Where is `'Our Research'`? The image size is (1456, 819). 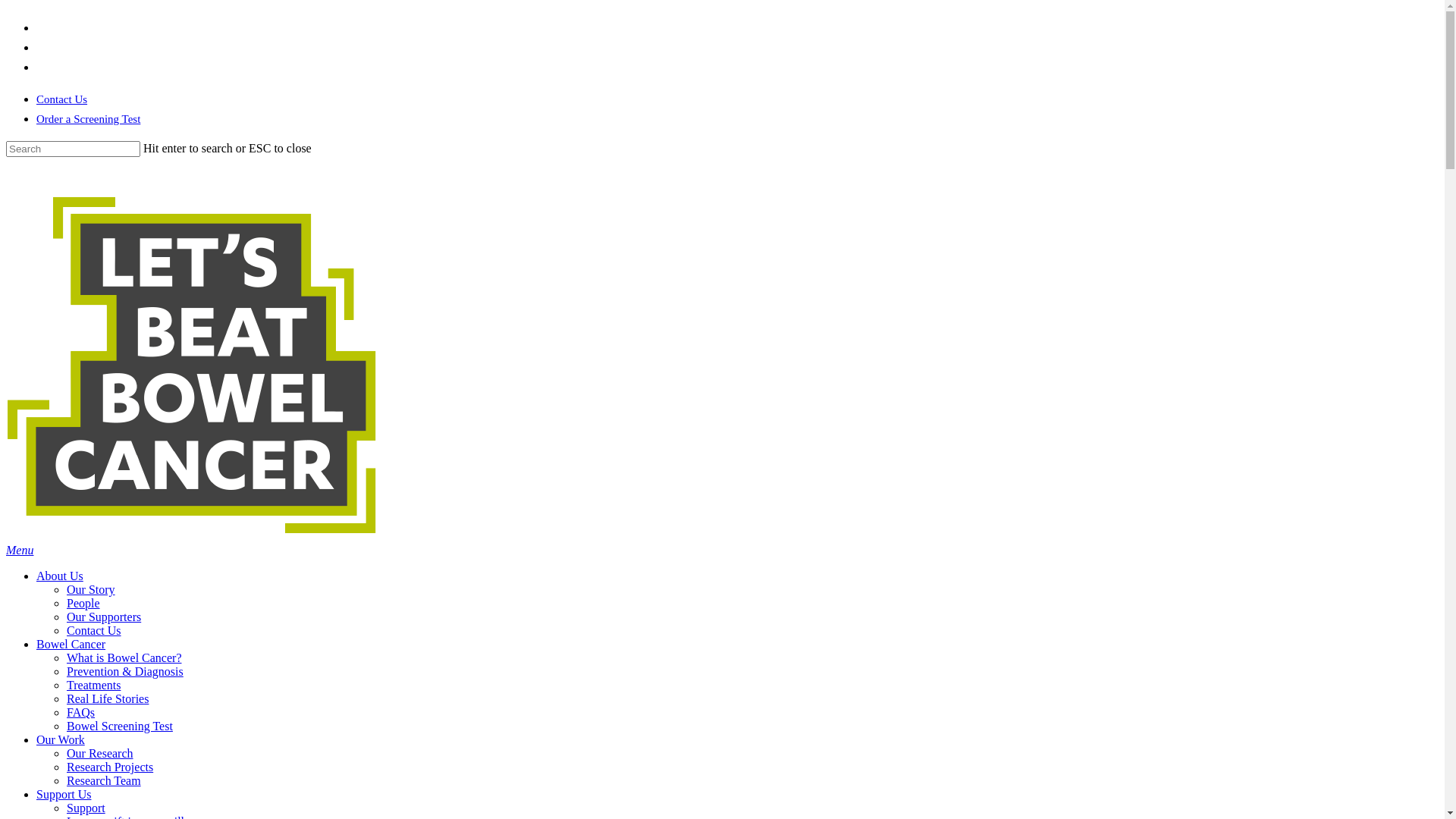 'Our Research' is located at coordinates (99, 753).